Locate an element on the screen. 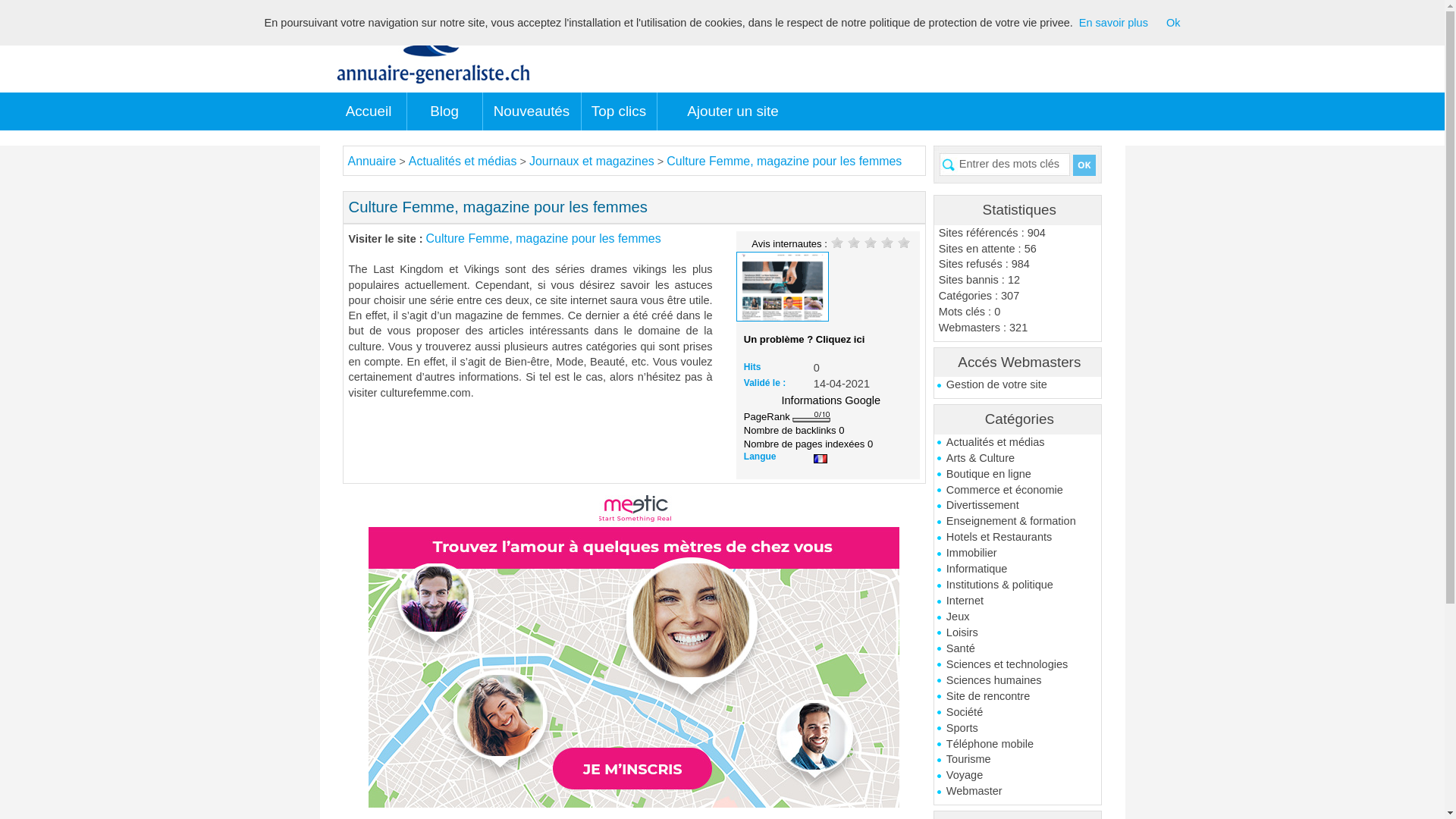 Image resolution: width=1456 pixels, height=819 pixels. 'Informatique' is located at coordinates (1018, 569).